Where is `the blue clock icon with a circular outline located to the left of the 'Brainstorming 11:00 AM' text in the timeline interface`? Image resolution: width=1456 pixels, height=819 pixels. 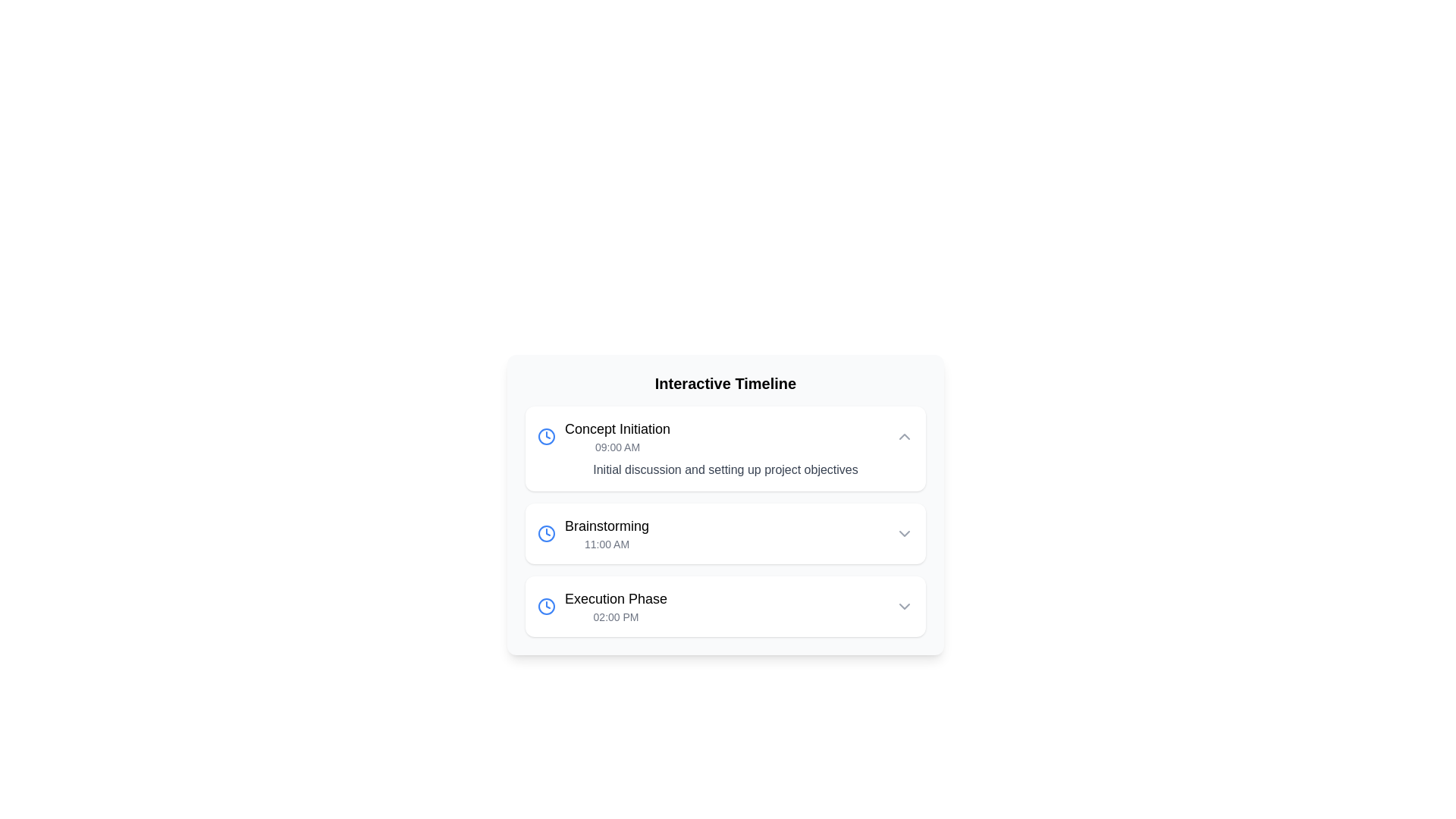
the blue clock icon with a circular outline located to the left of the 'Brainstorming 11:00 AM' text in the timeline interface is located at coordinates (546, 533).